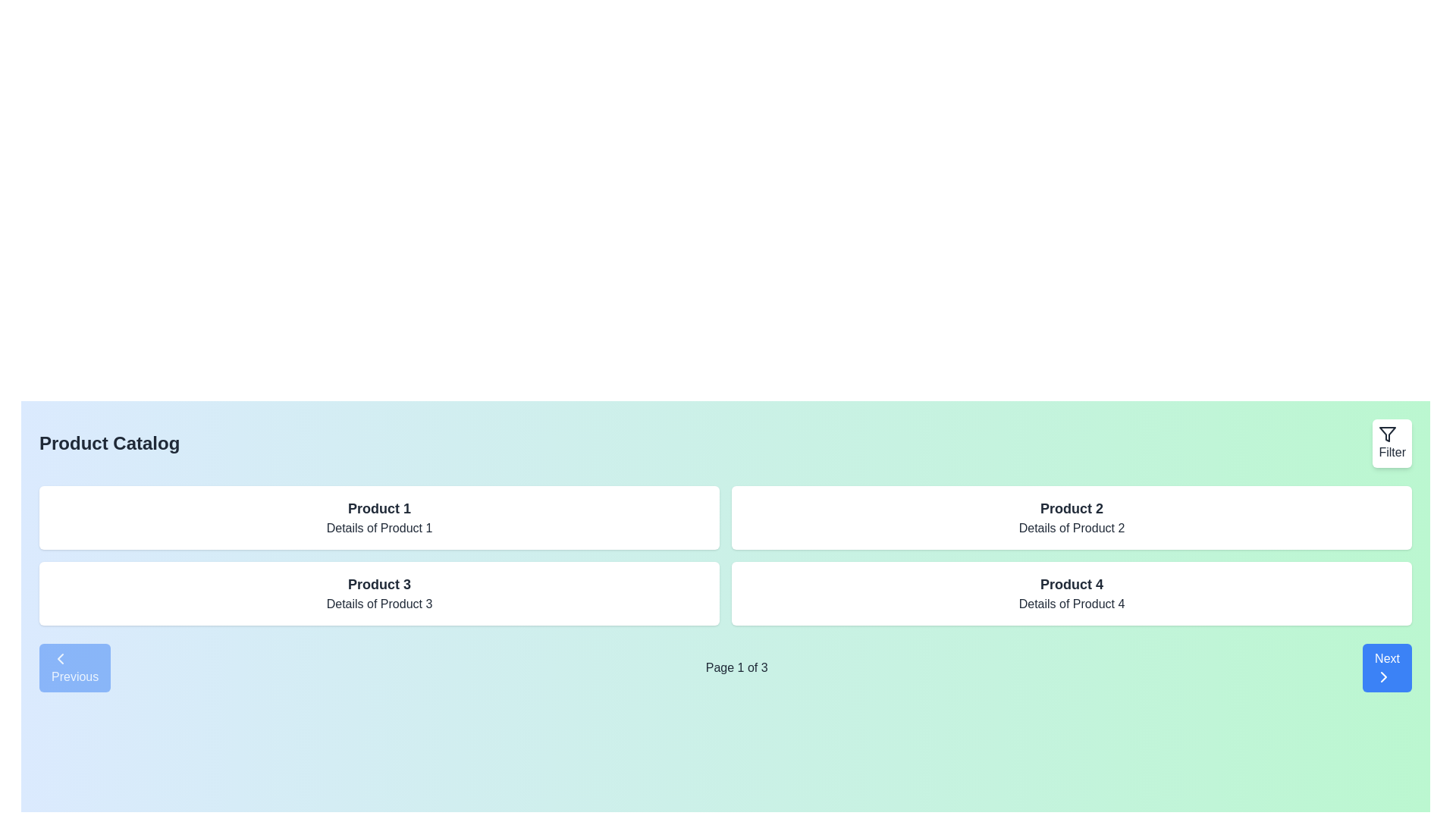 The width and height of the screenshot is (1456, 819). I want to click on text content of the Card component that contains the title 'Product 4' and the description 'Details of Product 4', which is the fourth item in a grid layout, so click(1071, 593).